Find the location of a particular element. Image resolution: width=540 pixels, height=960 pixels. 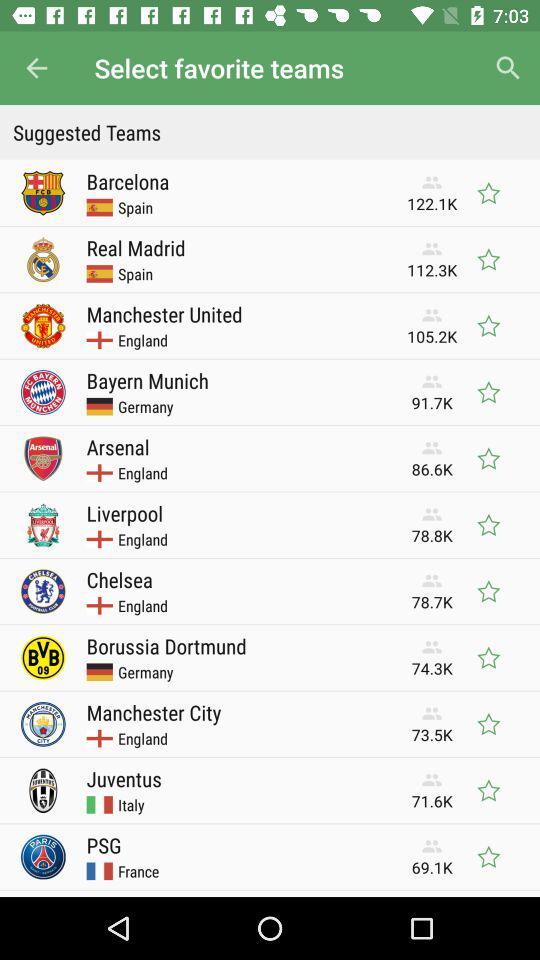

the real madrid icon is located at coordinates (135, 246).